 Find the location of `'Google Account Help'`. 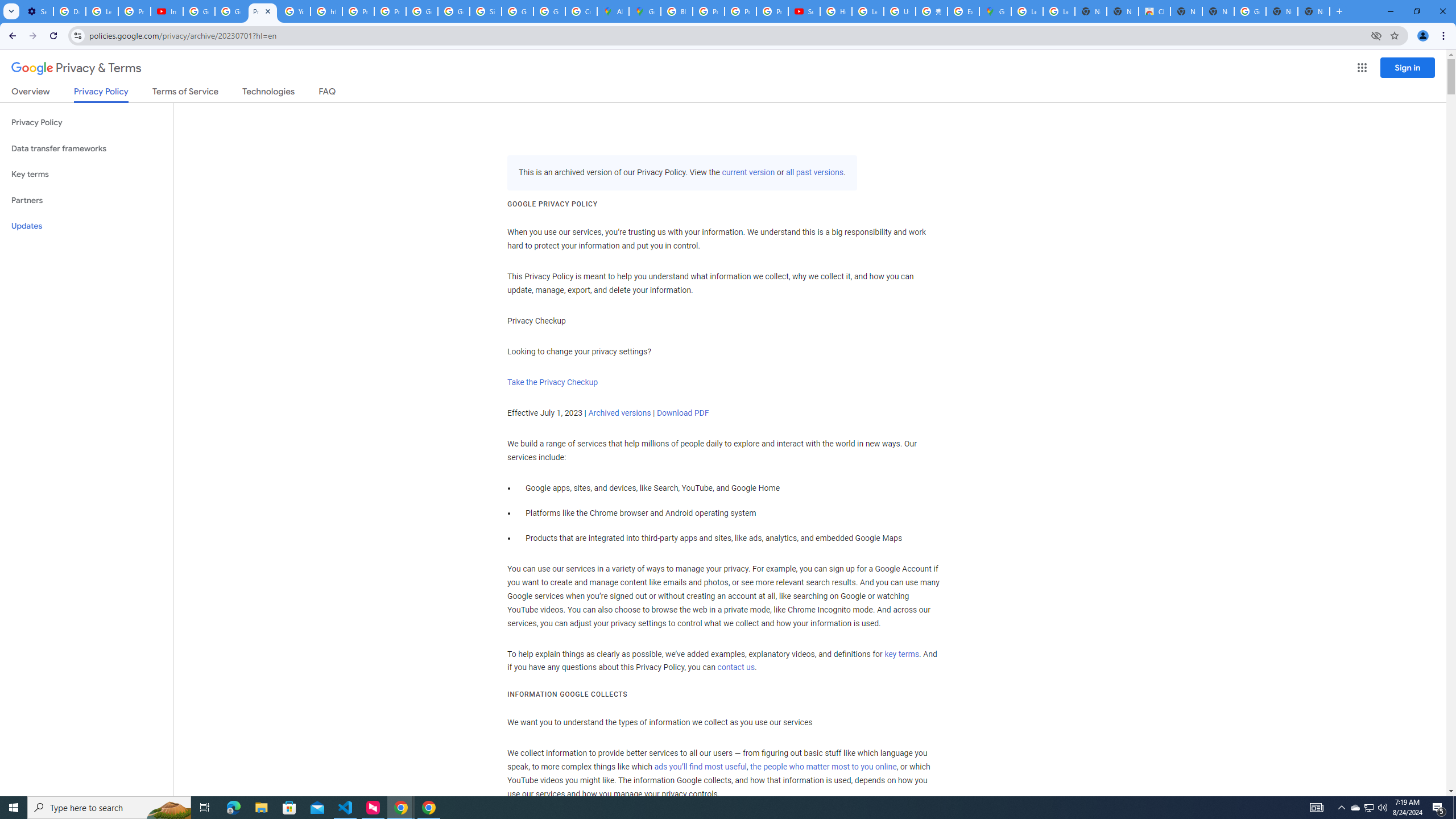

'Google Account Help' is located at coordinates (198, 11).